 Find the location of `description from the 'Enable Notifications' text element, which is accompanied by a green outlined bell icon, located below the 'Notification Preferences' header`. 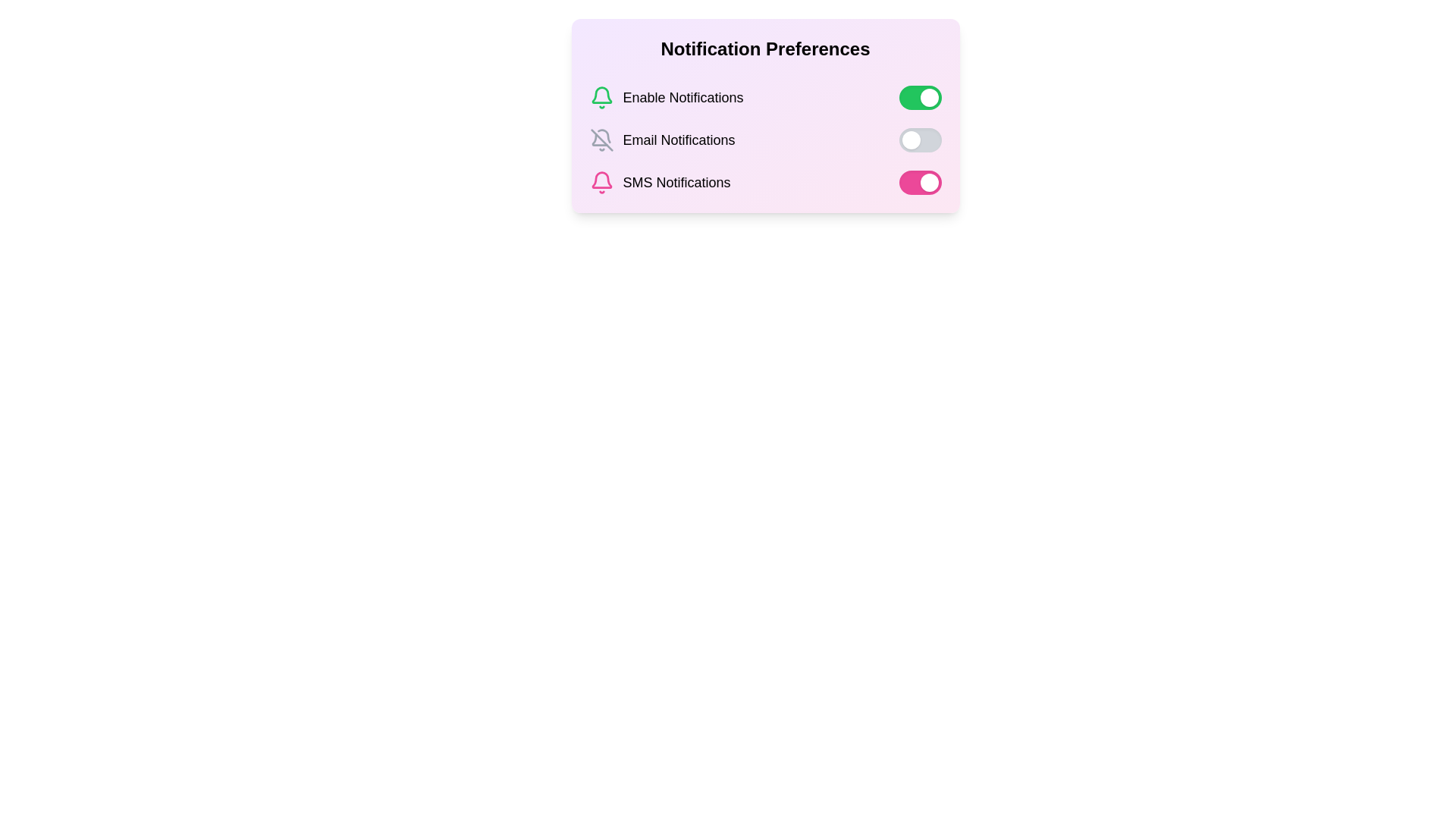

description from the 'Enable Notifications' text element, which is accompanied by a green outlined bell icon, located below the 'Notification Preferences' header is located at coordinates (666, 97).